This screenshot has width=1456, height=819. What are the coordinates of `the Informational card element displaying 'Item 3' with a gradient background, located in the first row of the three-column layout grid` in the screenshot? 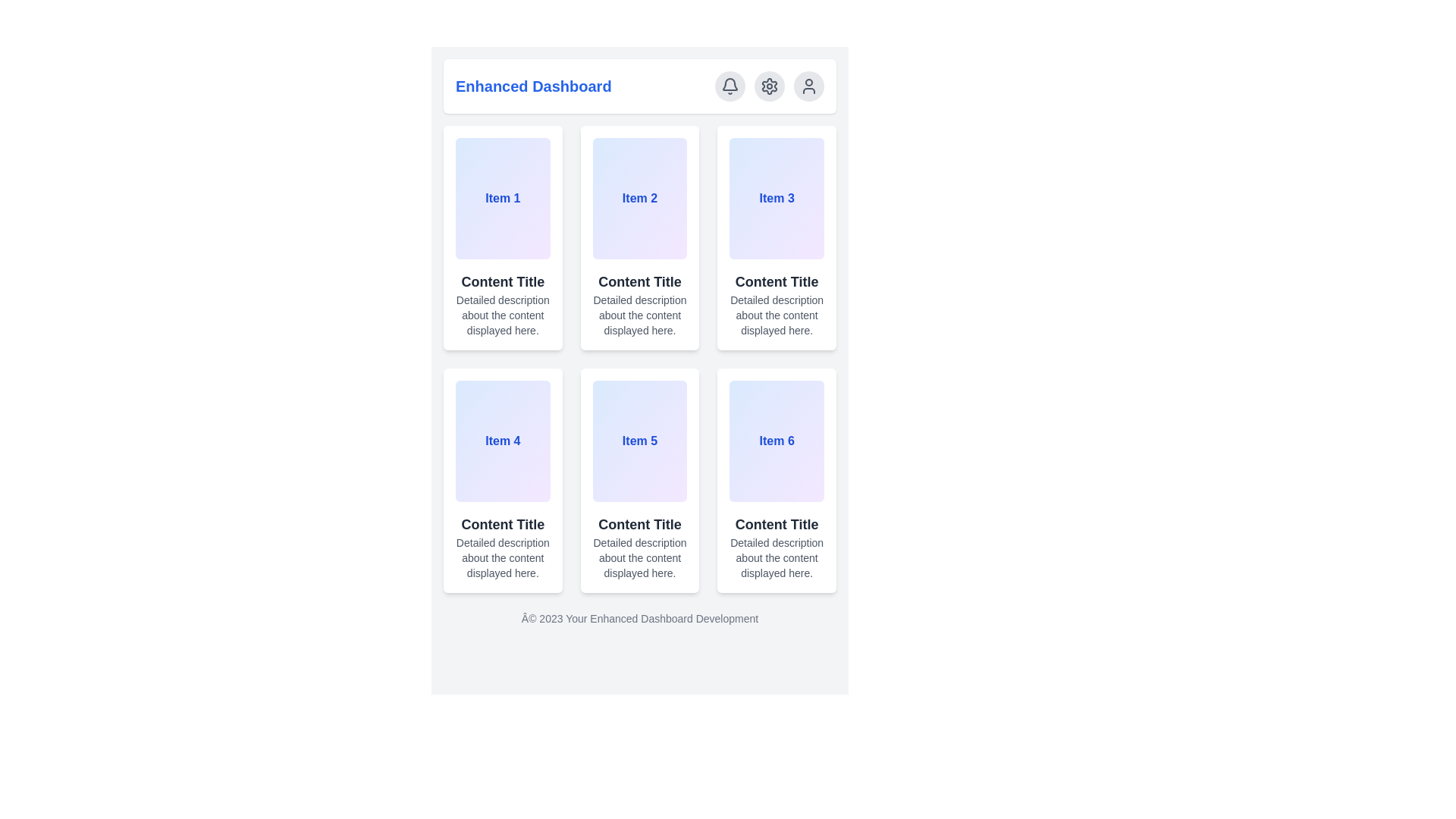 It's located at (777, 237).